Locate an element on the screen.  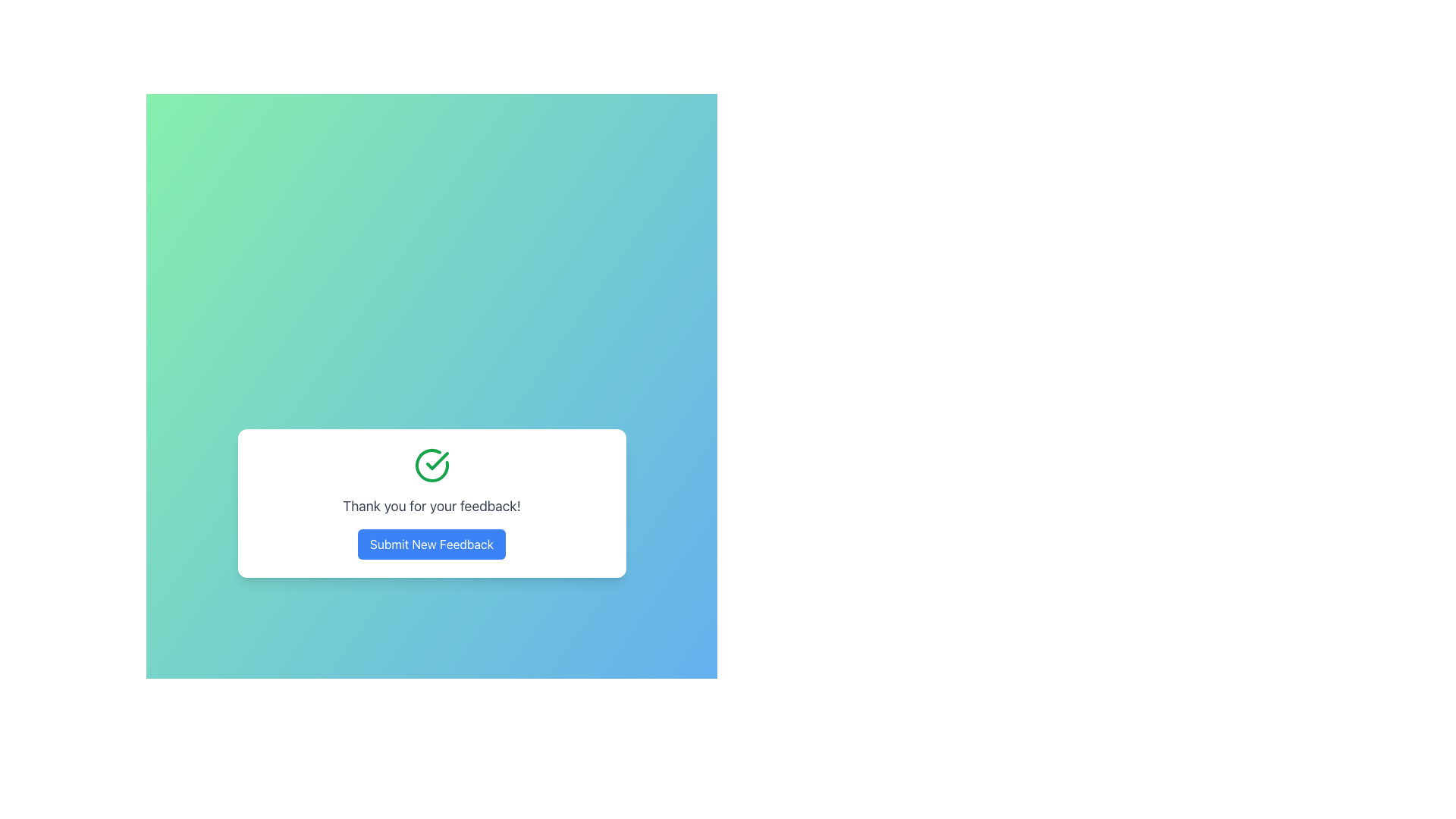
the 'Submit New Feedback' button located at the bottom of the feedback modal for keyboard interaction is located at coordinates (431, 543).